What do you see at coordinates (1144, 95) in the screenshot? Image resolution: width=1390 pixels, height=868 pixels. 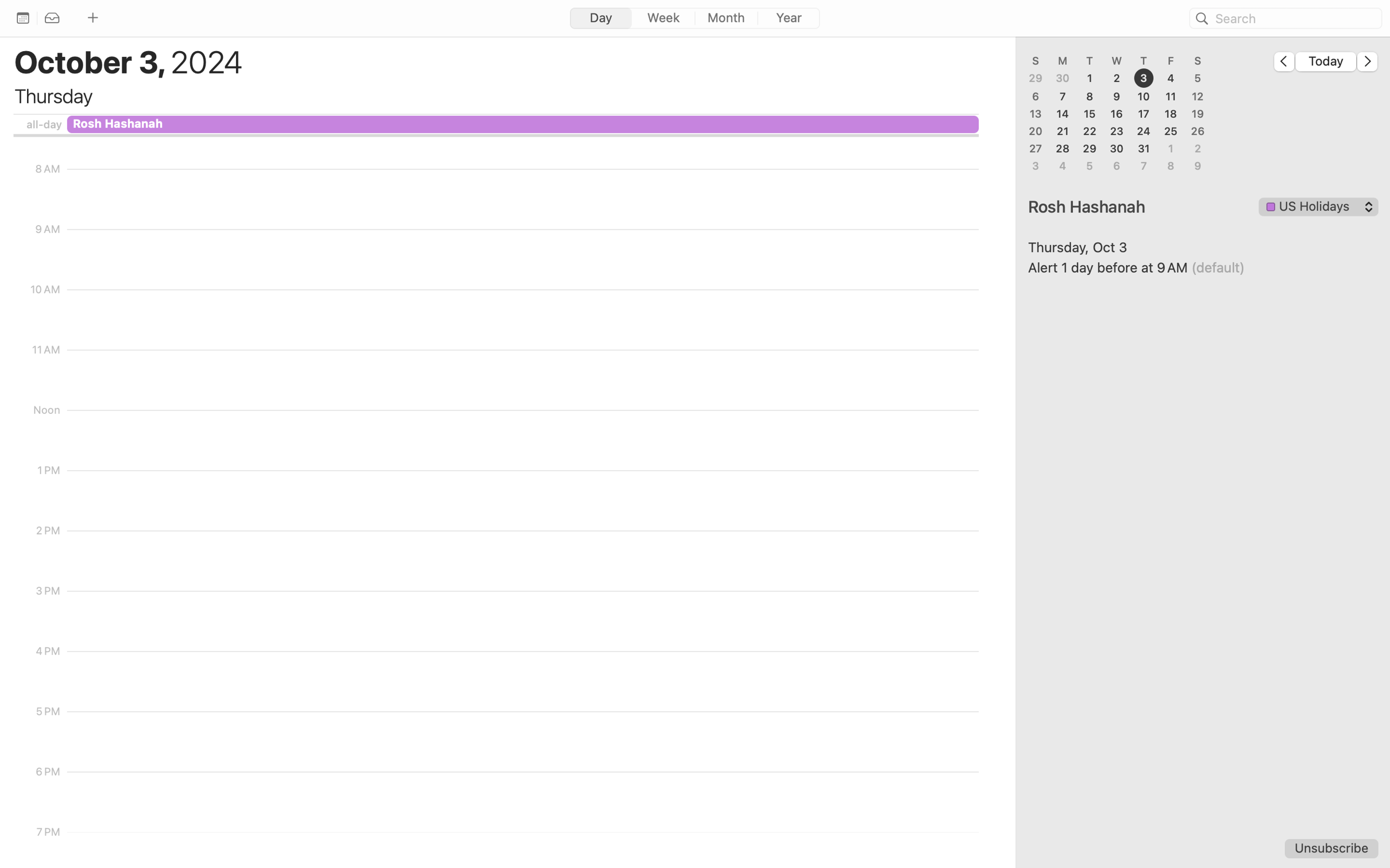 I see `'10'` at bounding box center [1144, 95].